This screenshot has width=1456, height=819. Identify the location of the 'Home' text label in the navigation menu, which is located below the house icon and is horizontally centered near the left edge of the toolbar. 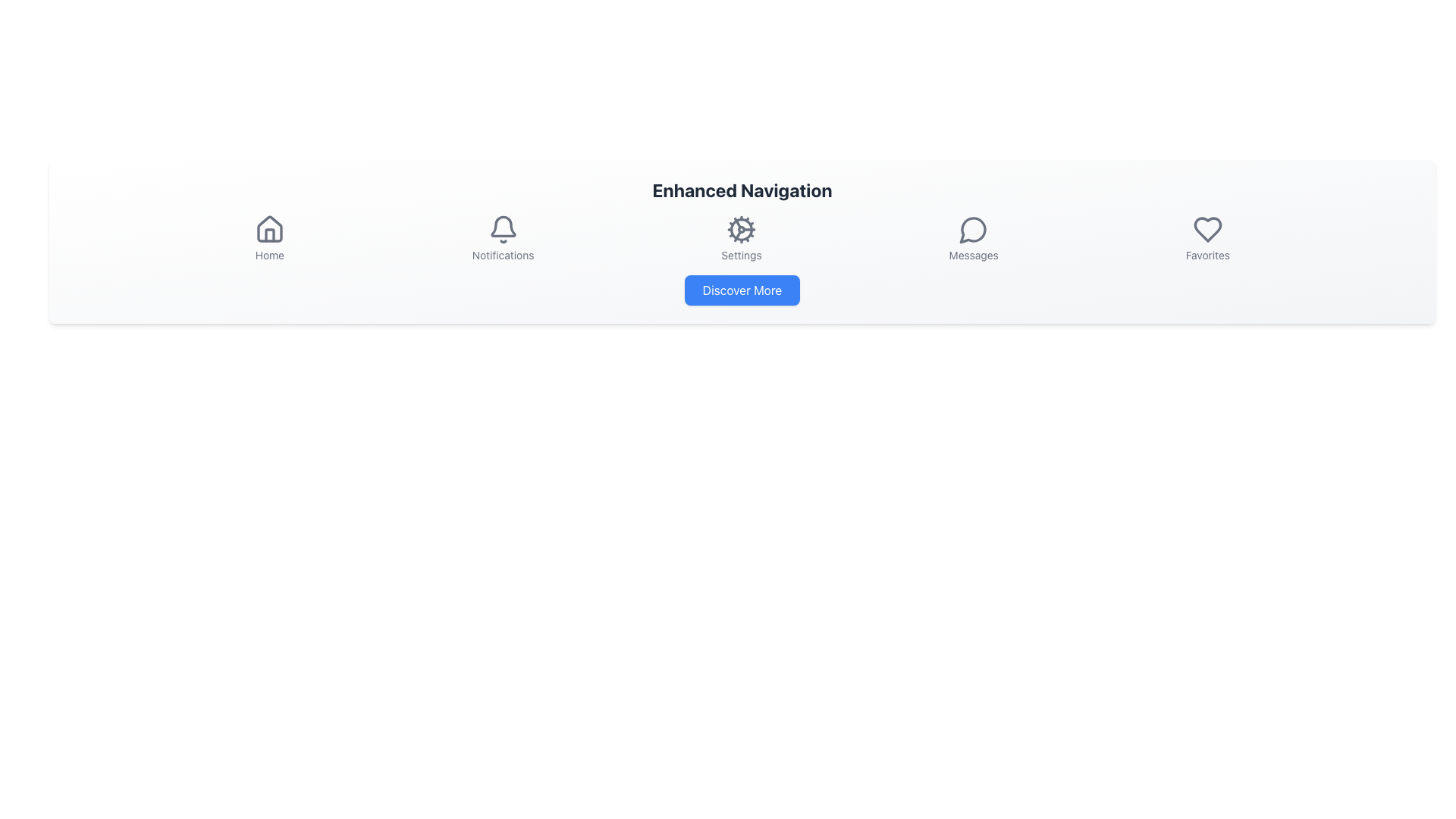
(269, 254).